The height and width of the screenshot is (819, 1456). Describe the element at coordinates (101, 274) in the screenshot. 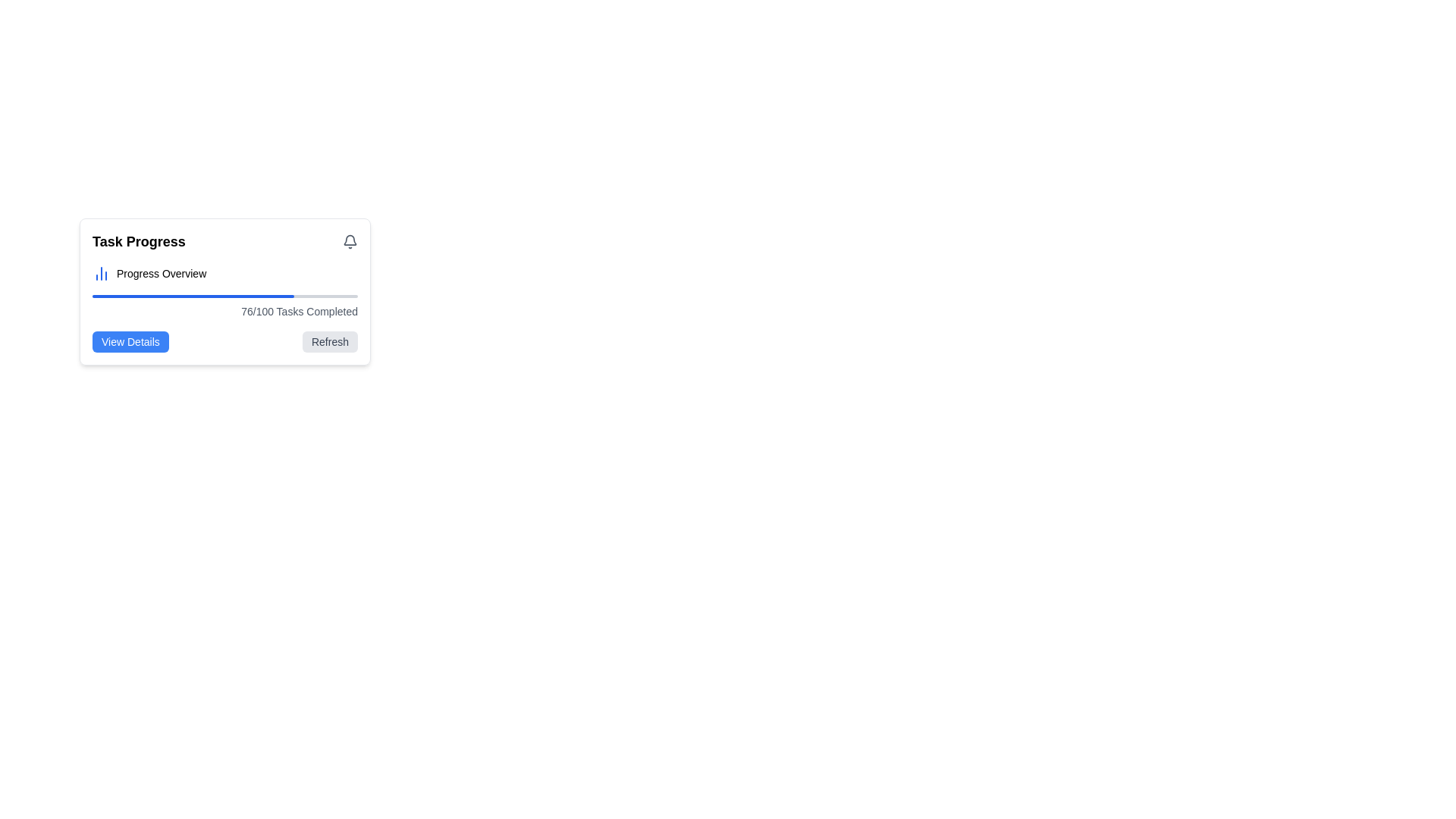

I see `the appearance of the icon representing the 'Progress Overview' feature, located to the left of the 'Progress Overview' label` at that location.